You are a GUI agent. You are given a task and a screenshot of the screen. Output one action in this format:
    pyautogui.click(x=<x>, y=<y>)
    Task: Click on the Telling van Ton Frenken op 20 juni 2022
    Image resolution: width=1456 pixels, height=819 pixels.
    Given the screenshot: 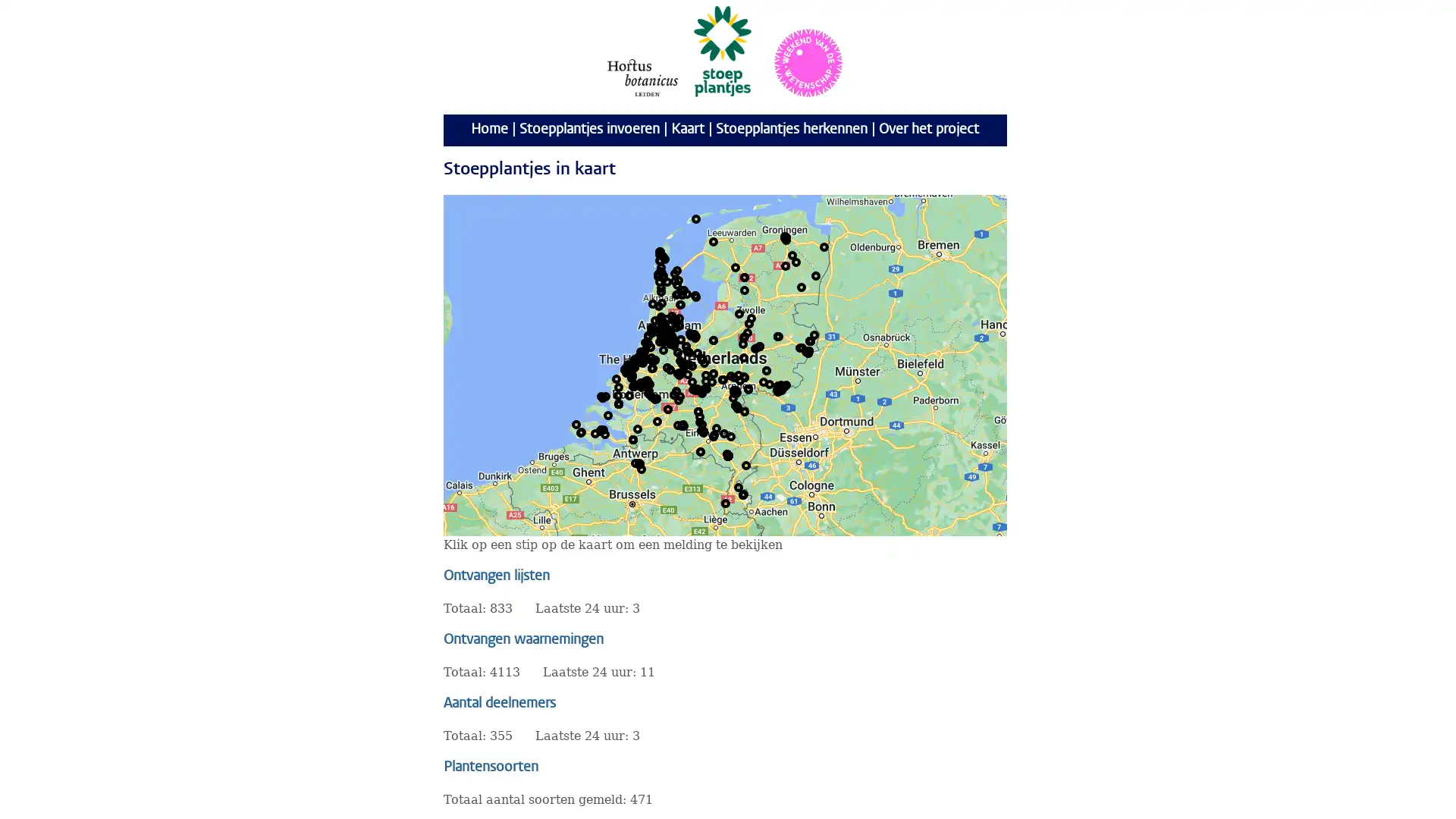 What is the action you would take?
    pyautogui.click(x=728, y=455)
    